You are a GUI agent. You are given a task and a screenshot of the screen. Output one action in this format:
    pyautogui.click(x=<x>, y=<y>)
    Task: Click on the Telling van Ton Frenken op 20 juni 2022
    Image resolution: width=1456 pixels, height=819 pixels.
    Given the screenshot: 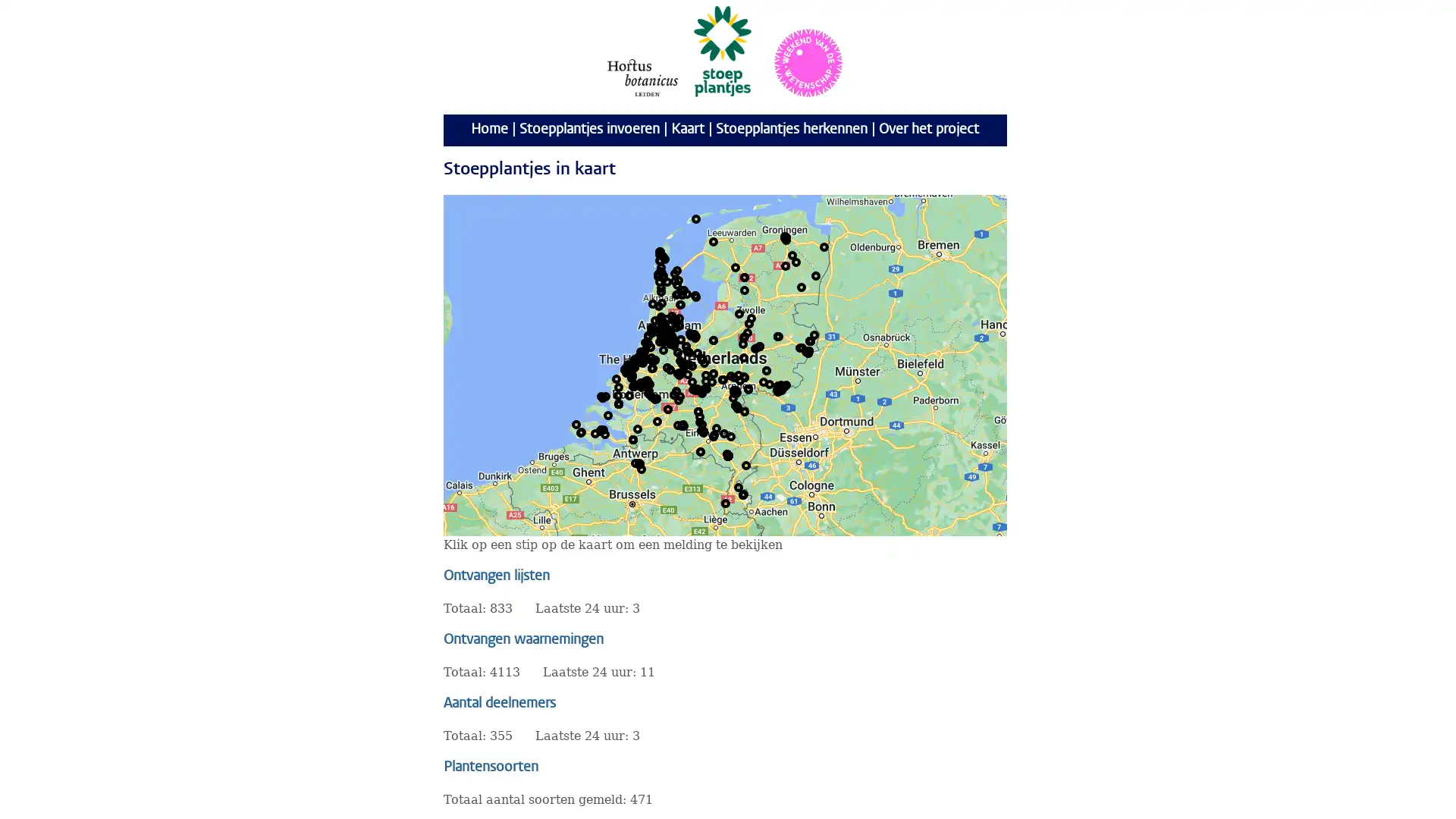 What is the action you would take?
    pyautogui.click(x=728, y=455)
    